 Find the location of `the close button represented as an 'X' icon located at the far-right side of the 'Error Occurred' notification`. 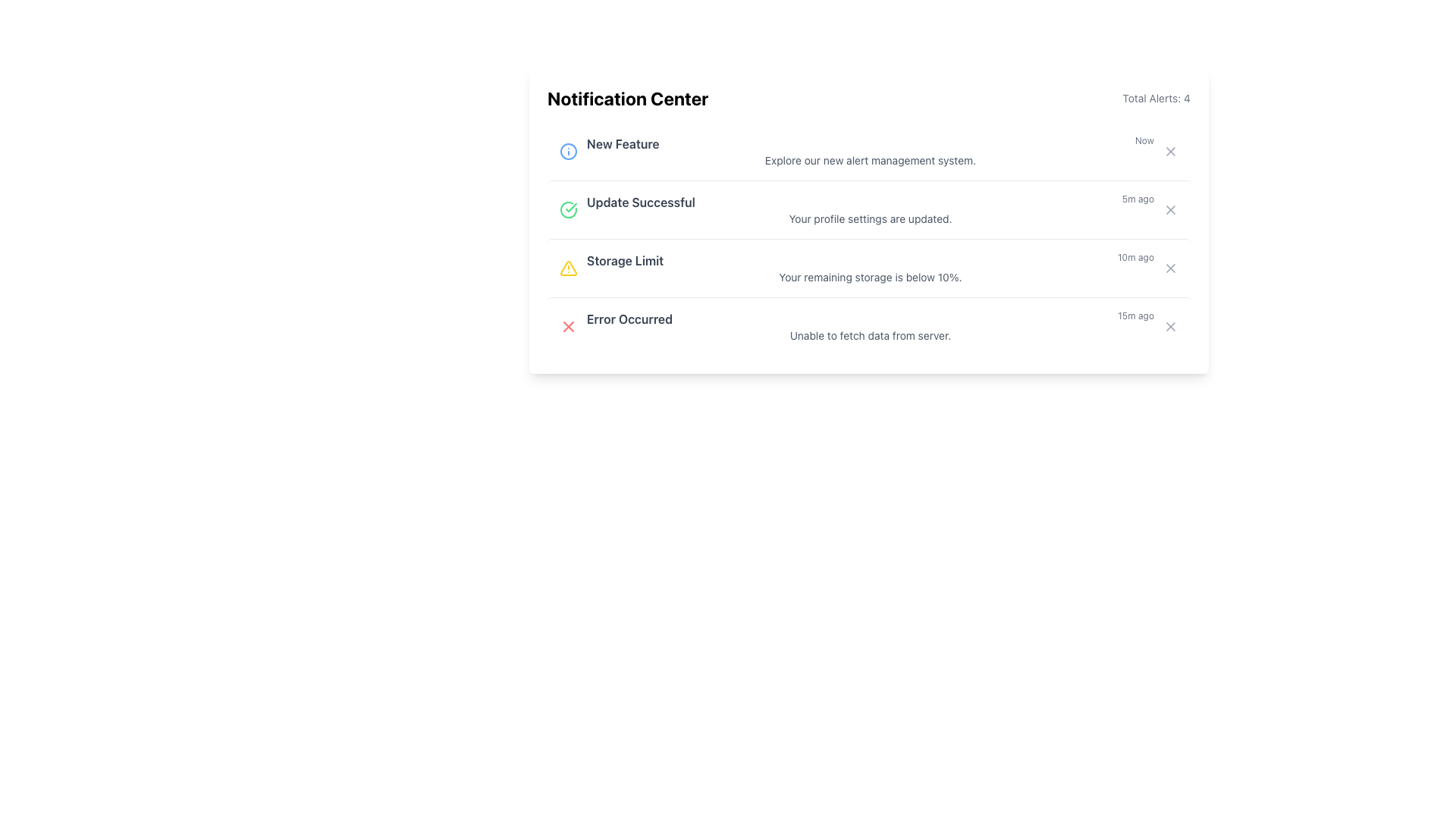

the close button represented as an 'X' icon located at the far-right side of the 'Error Occurred' notification is located at coordinates (567, 326).